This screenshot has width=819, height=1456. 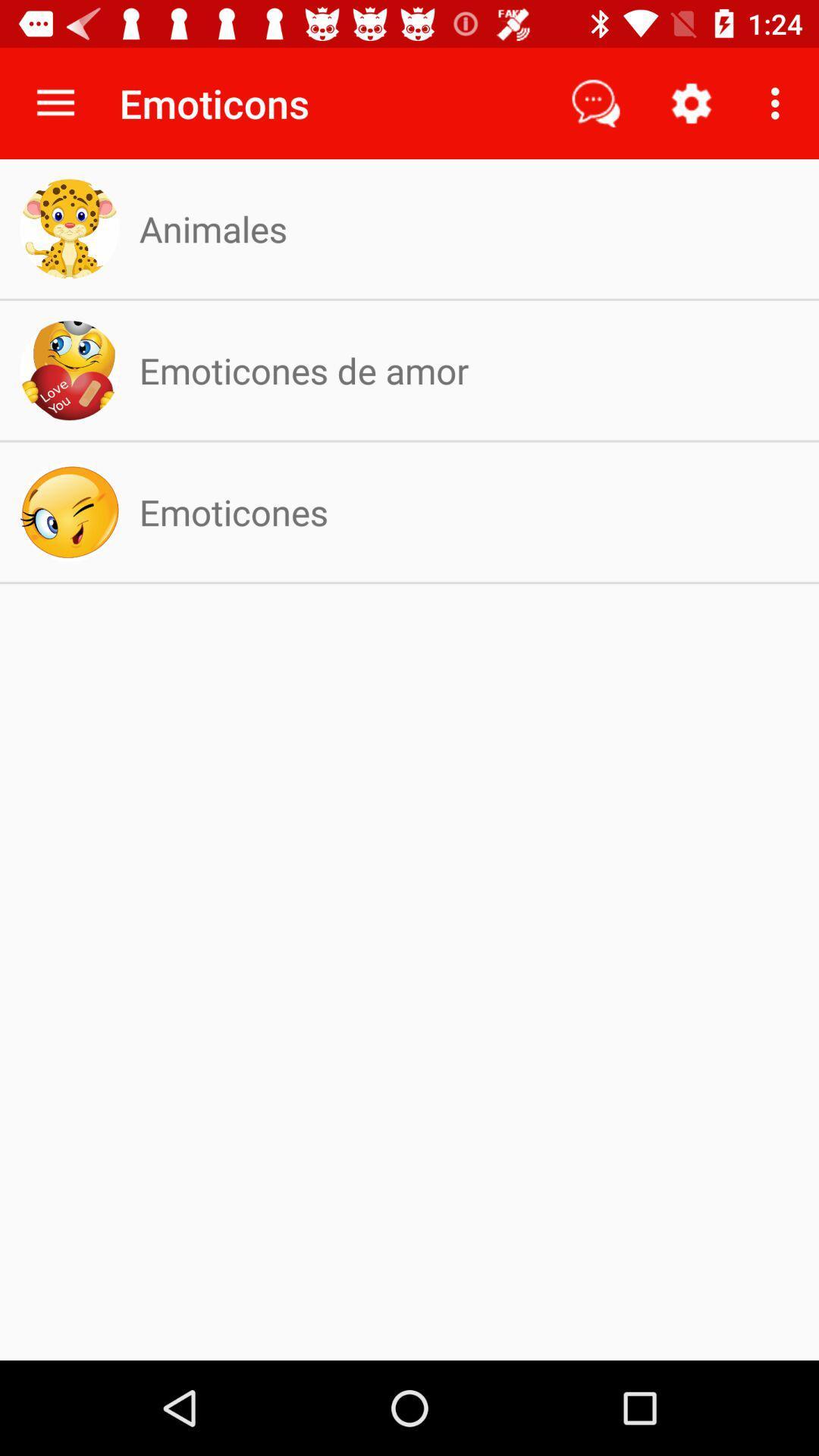 I want to click on icon next to emoticons icon, so click(x=595, y=102).